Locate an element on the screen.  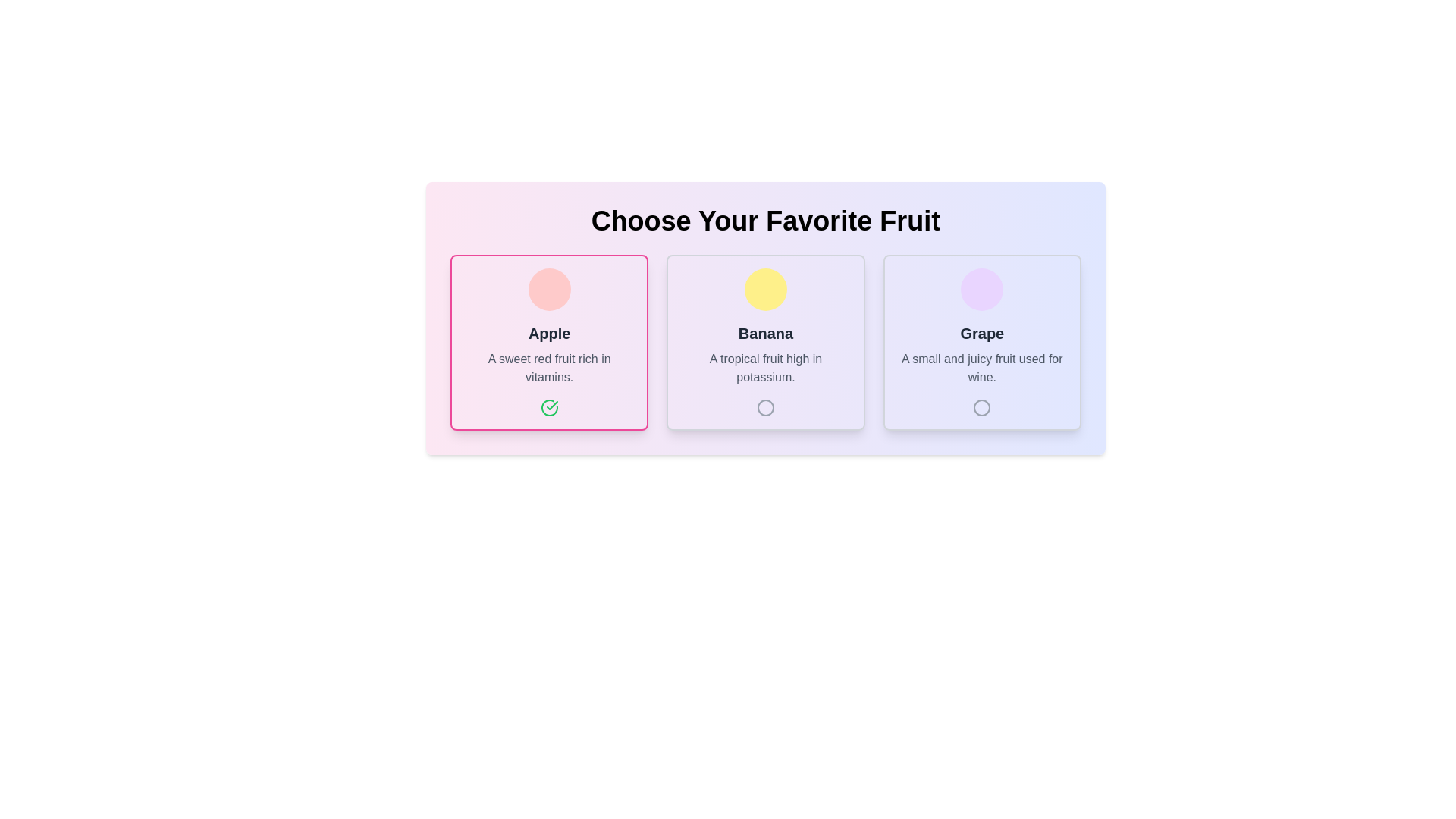
the header text element displaying 'Choose Your Favorite Fruit' to trigger possible UI effects is located at coordinates (765, 221).